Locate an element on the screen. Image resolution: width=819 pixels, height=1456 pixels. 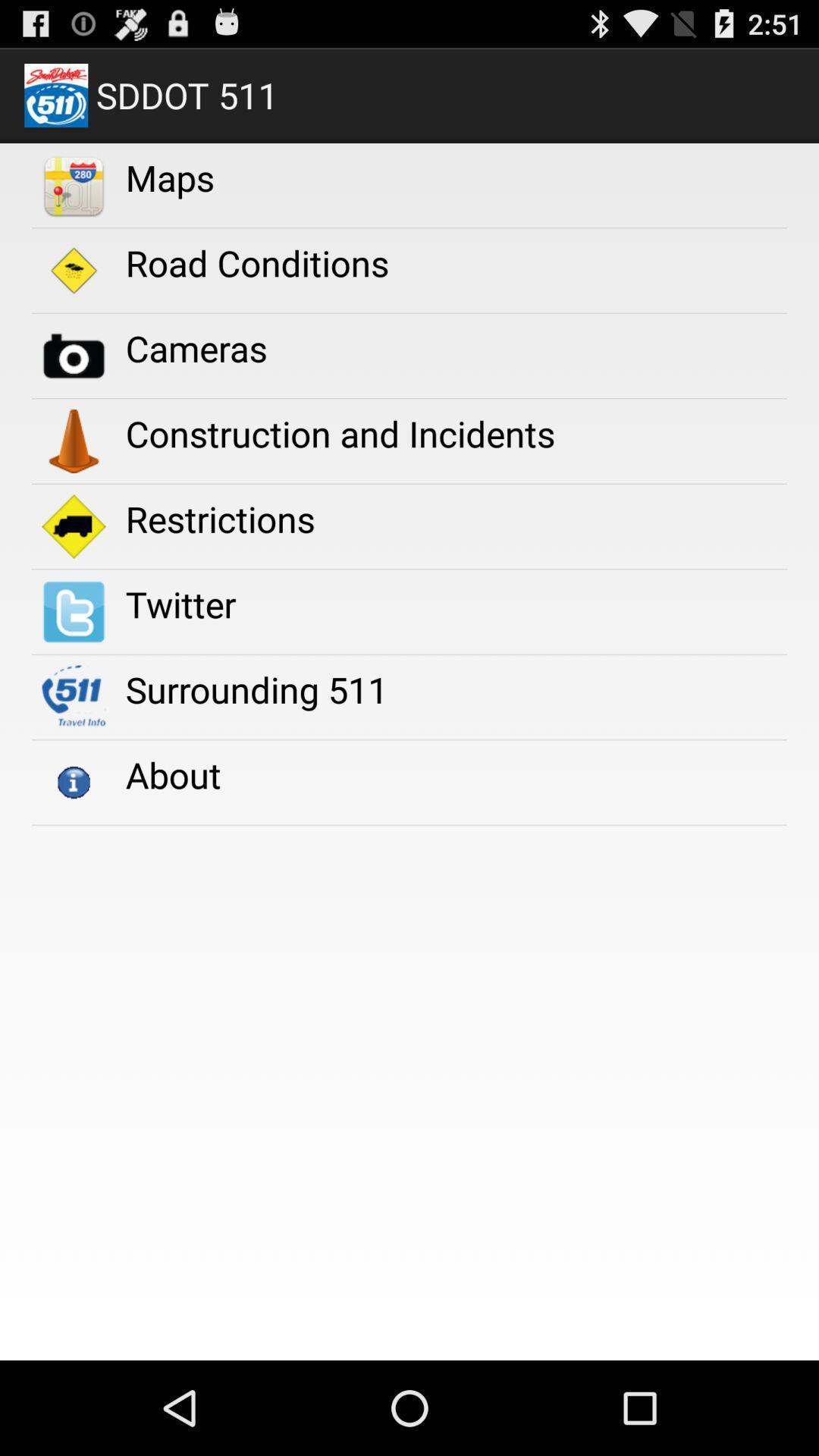
cameras is located at coordinates (196, 347).